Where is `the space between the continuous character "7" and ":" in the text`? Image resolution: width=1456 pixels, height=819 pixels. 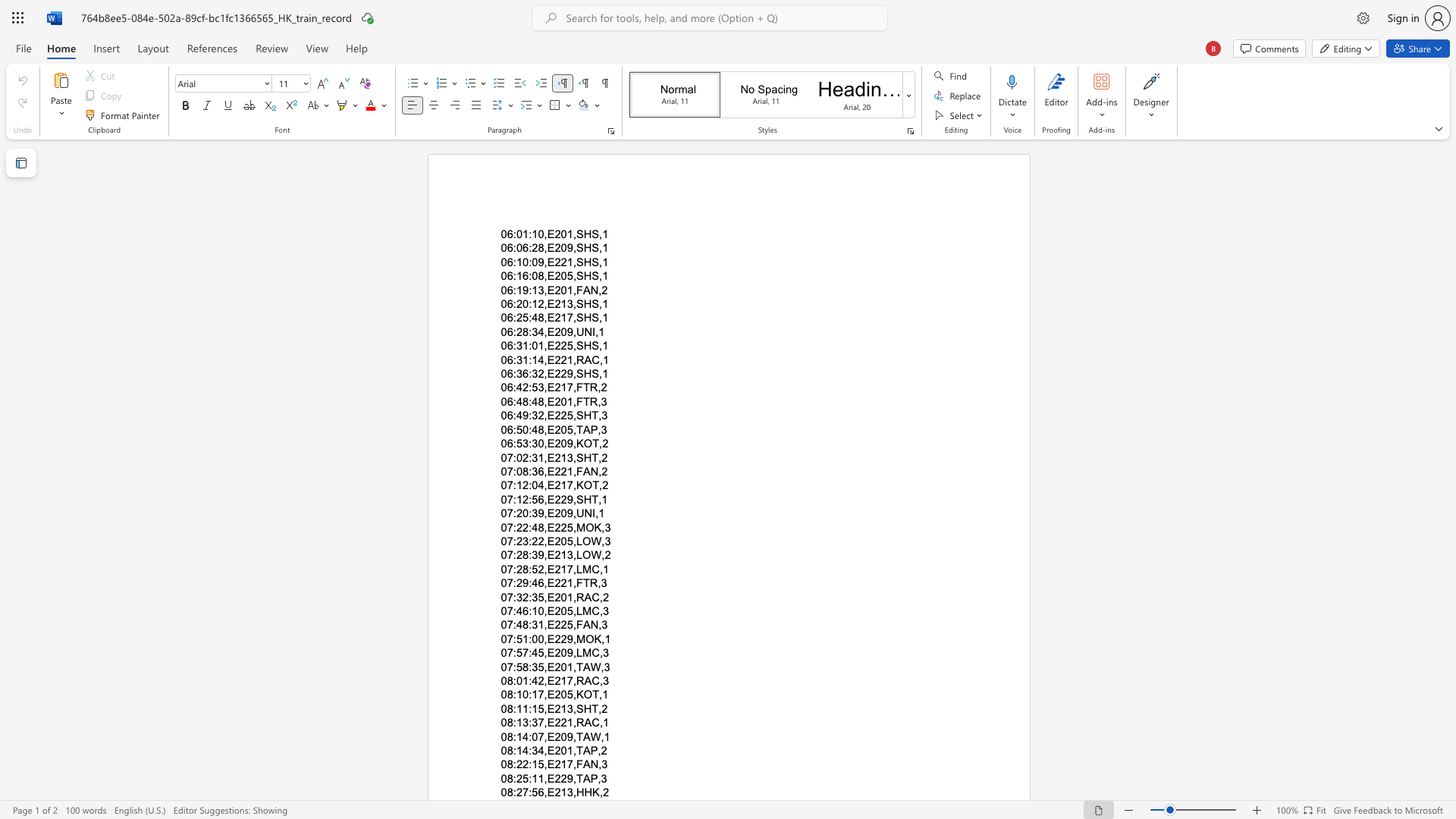
the space between the continuous character "7" and ":" in the text is located at coordinates (512, 625).